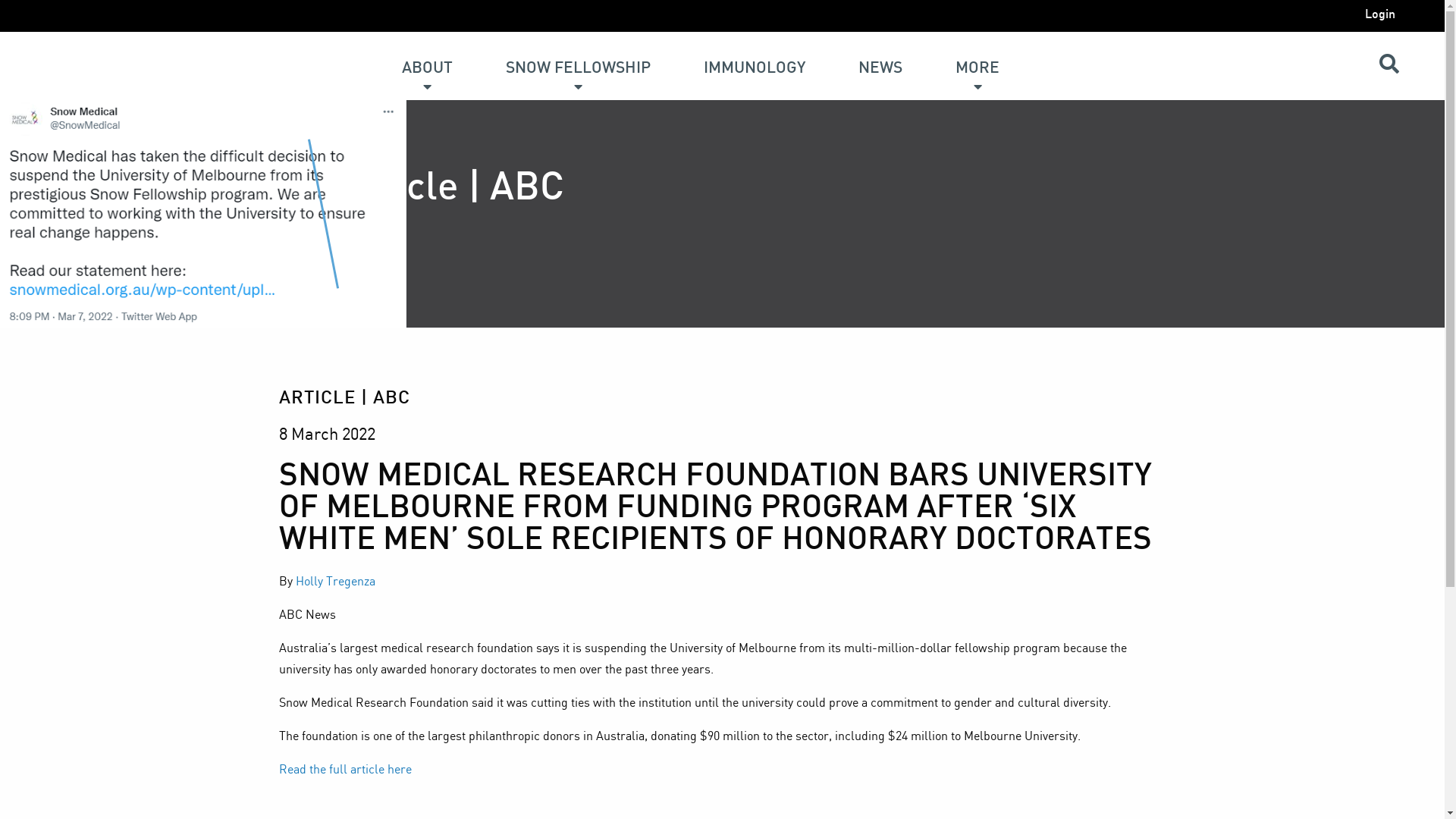  Describe the element at coordinates (426, 55) in the screenshot. I see `'ABOUT'` at that location.